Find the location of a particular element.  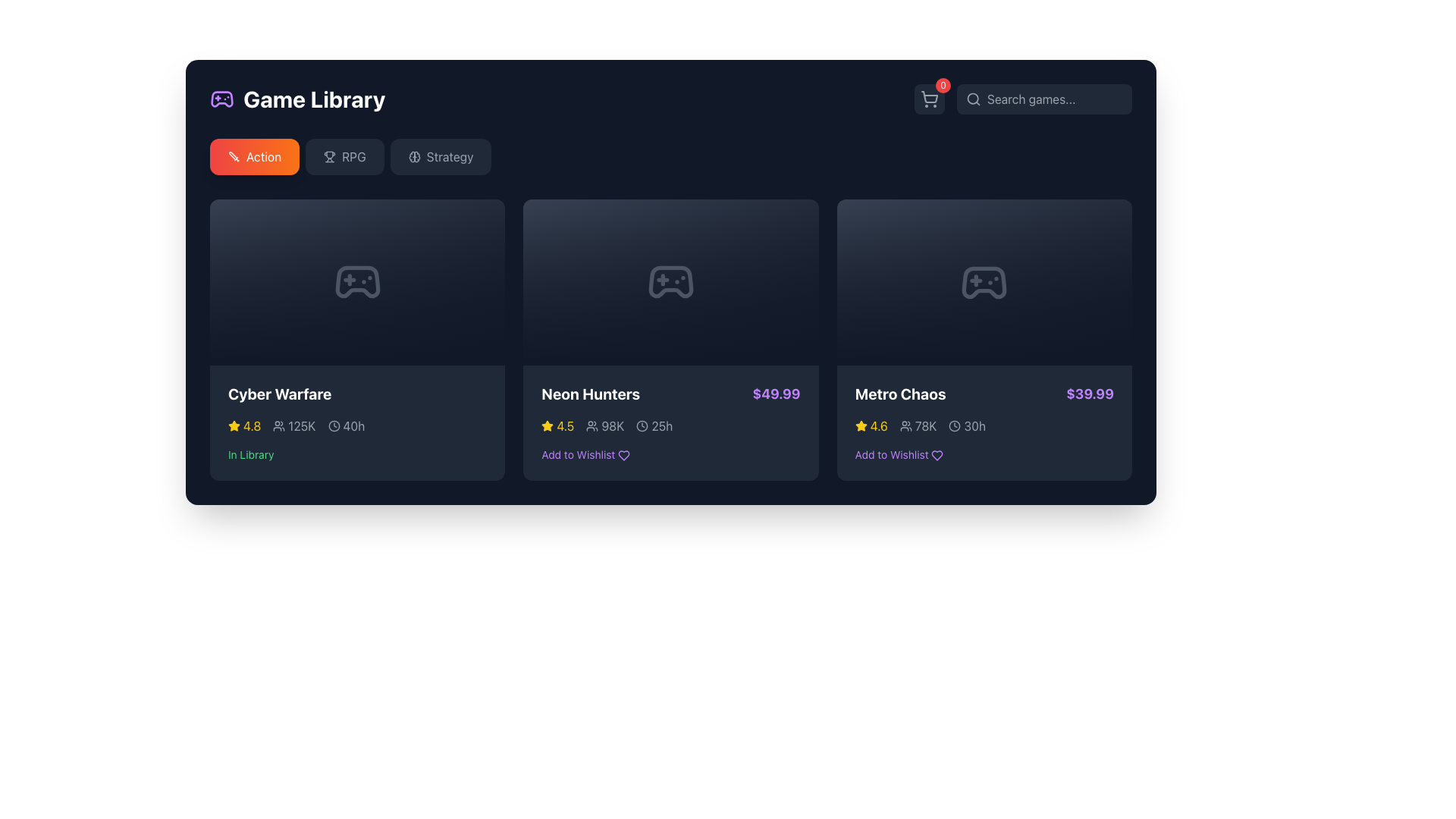

the small clock icon, which features a circular outline and clock hands, located to the left of the text '40h' in the Cyber Warfare game information card is located at coordinates (333, 426).